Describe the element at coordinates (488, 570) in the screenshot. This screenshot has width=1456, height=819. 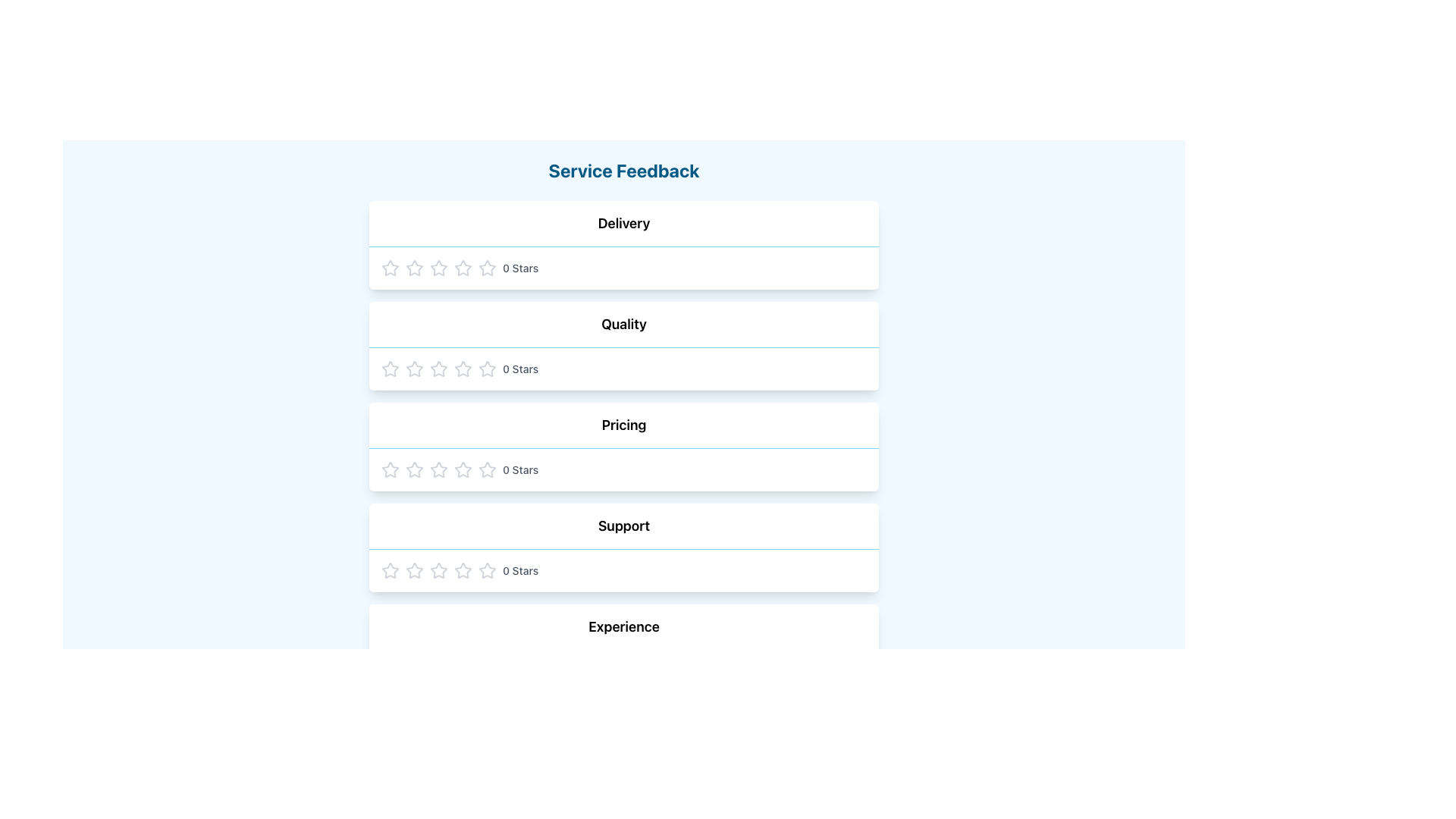
I see `the second star icon in the 'Support' feedback row` at that location.